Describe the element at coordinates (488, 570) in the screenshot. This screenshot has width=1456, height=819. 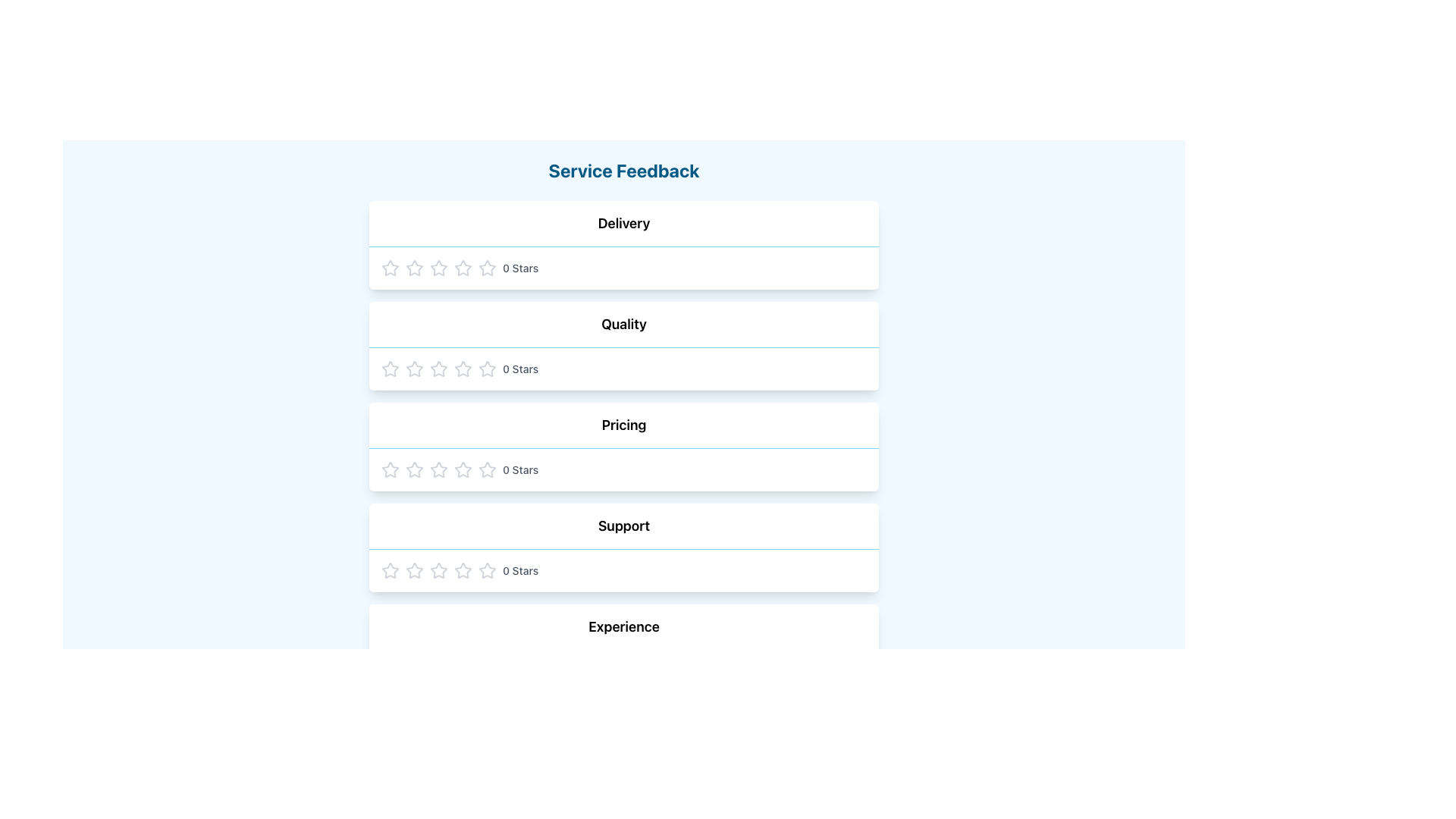
I see `the second star icon in the 'Support' feedback row` at that location.